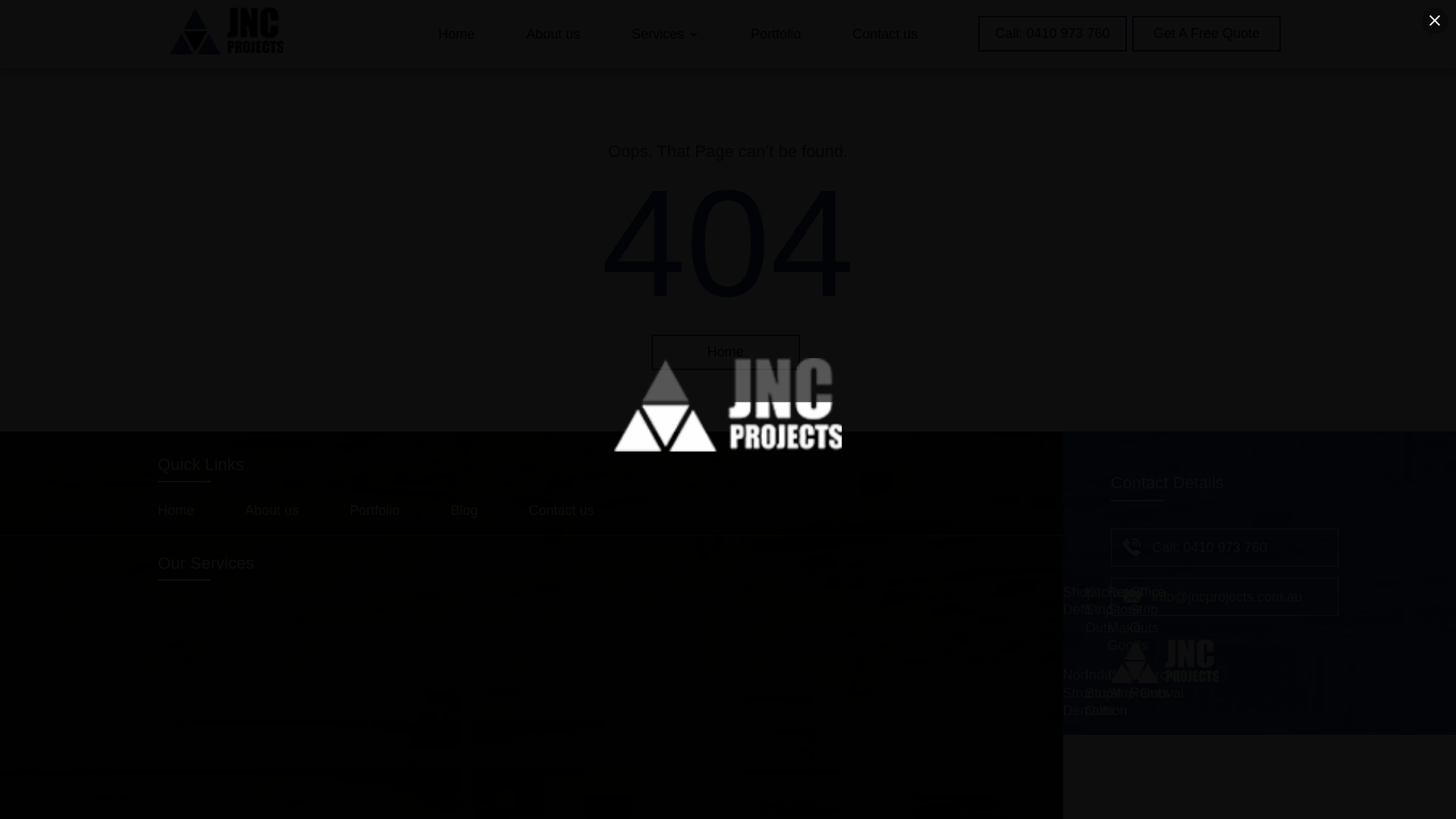 The height and width of the screenshot is (819, 1456). What do you see at coordinates (348, 510) in the screenshot?
I see `'Portfolio'` at bounding box center [348, 510].